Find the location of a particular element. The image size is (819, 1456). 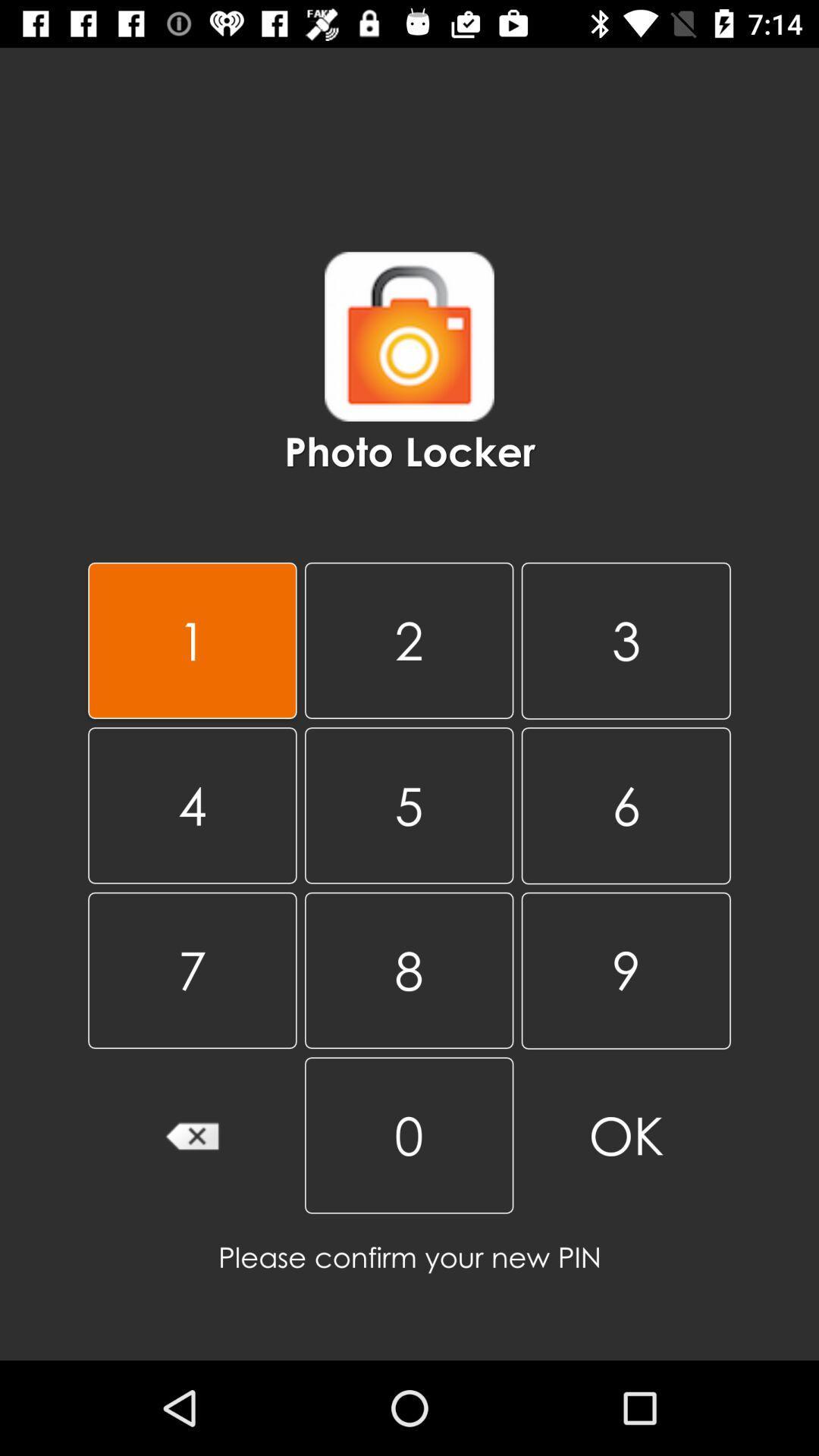

6 is located at coordinates (626, 805).